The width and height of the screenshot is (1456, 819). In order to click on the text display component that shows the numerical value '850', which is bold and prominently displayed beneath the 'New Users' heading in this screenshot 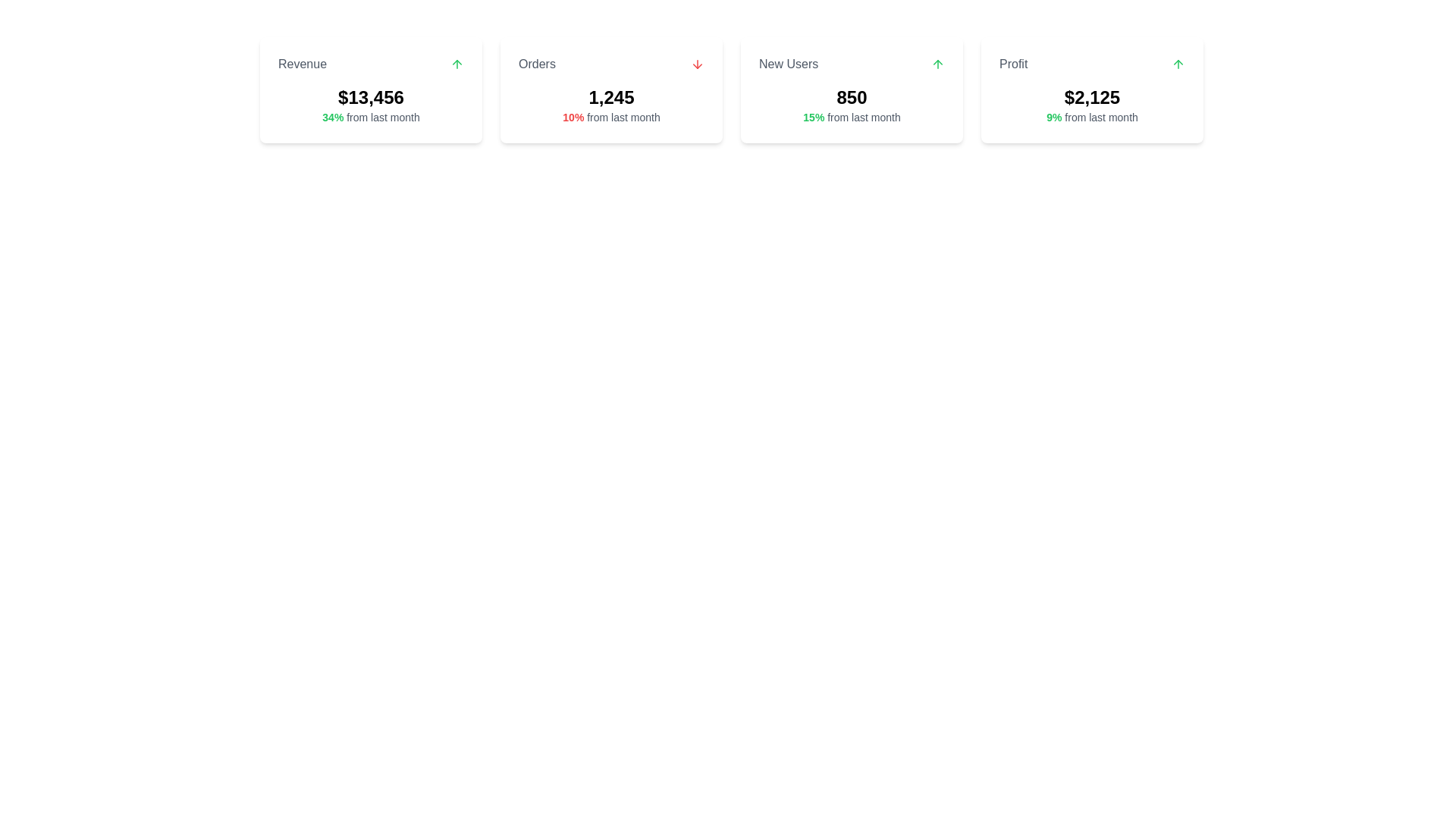, I will do `click(852, 97)`.